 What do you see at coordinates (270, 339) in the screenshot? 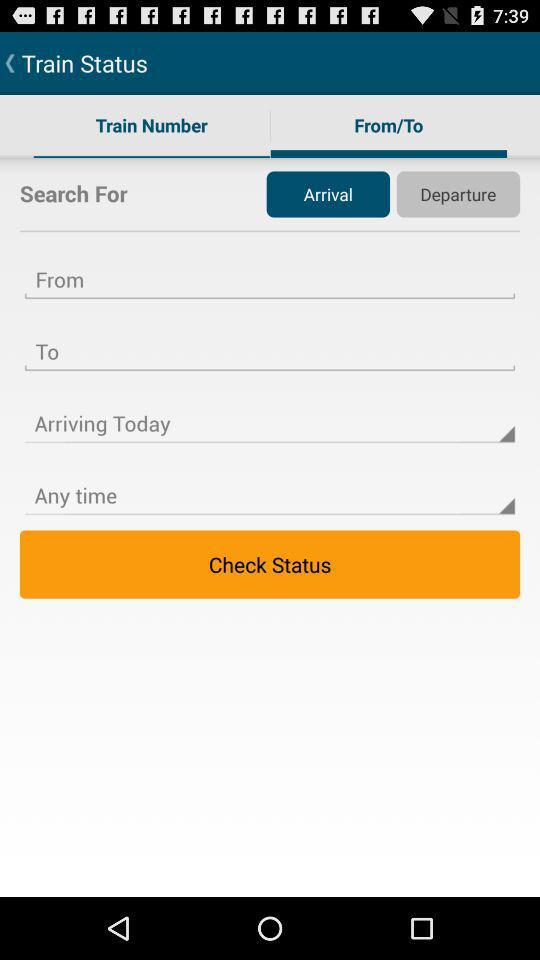
I see `arrival textbox` at bounding box center [270, 339].